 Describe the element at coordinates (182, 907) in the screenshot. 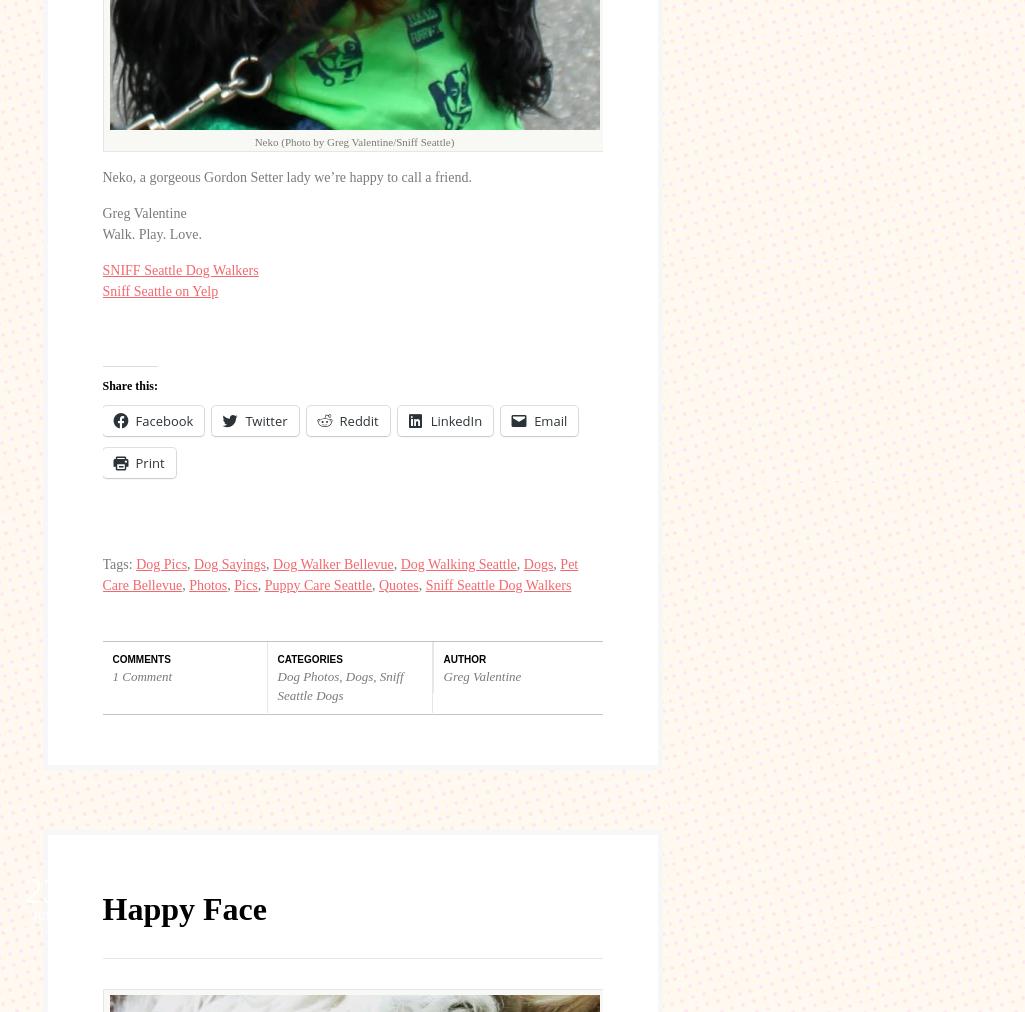

I see `'Happy Face'` at that location.